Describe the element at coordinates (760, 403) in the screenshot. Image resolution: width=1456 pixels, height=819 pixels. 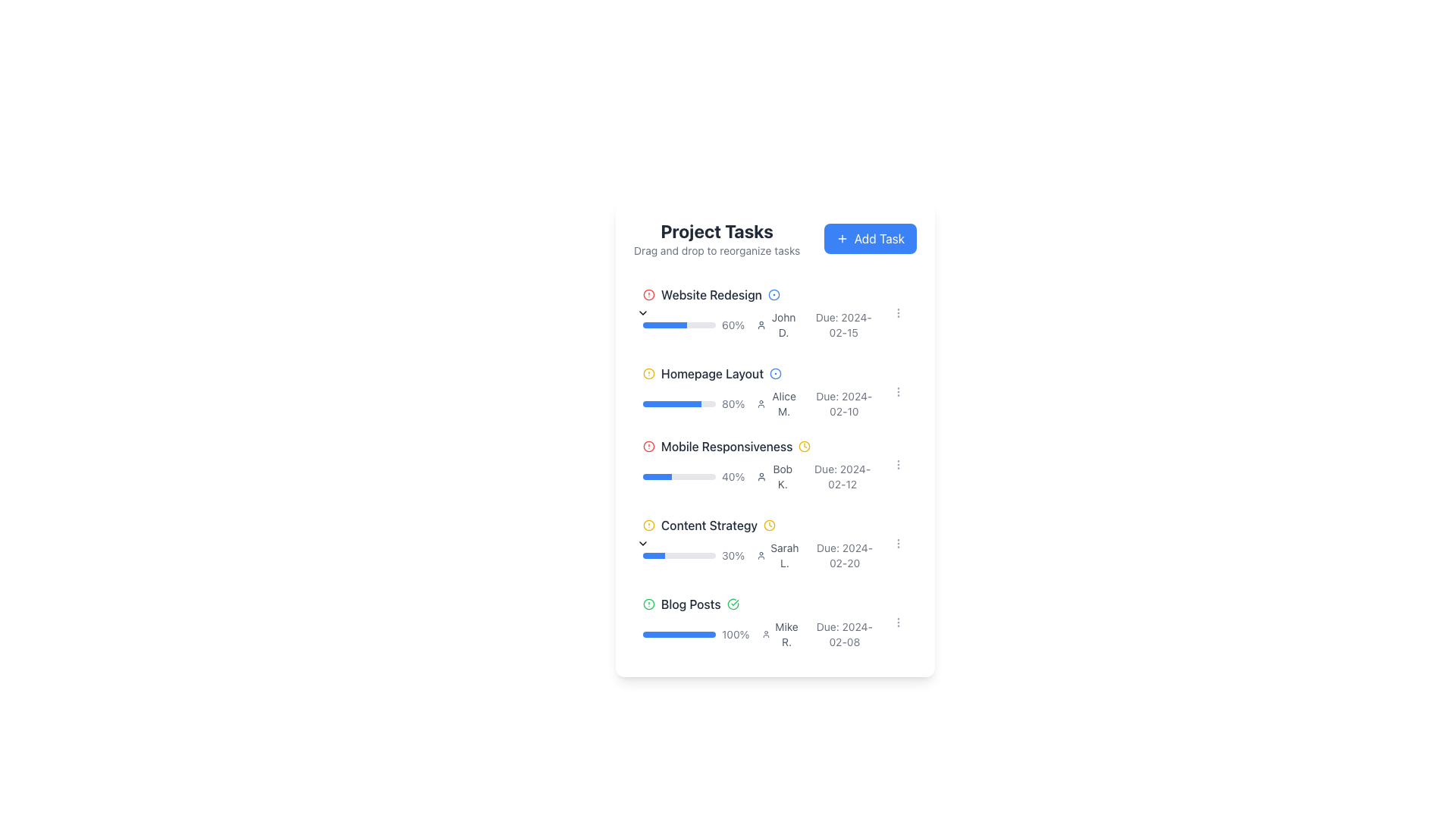
I see `the user icon located in the Task Summary Row for the 'Homepage Layout' task` at that location.